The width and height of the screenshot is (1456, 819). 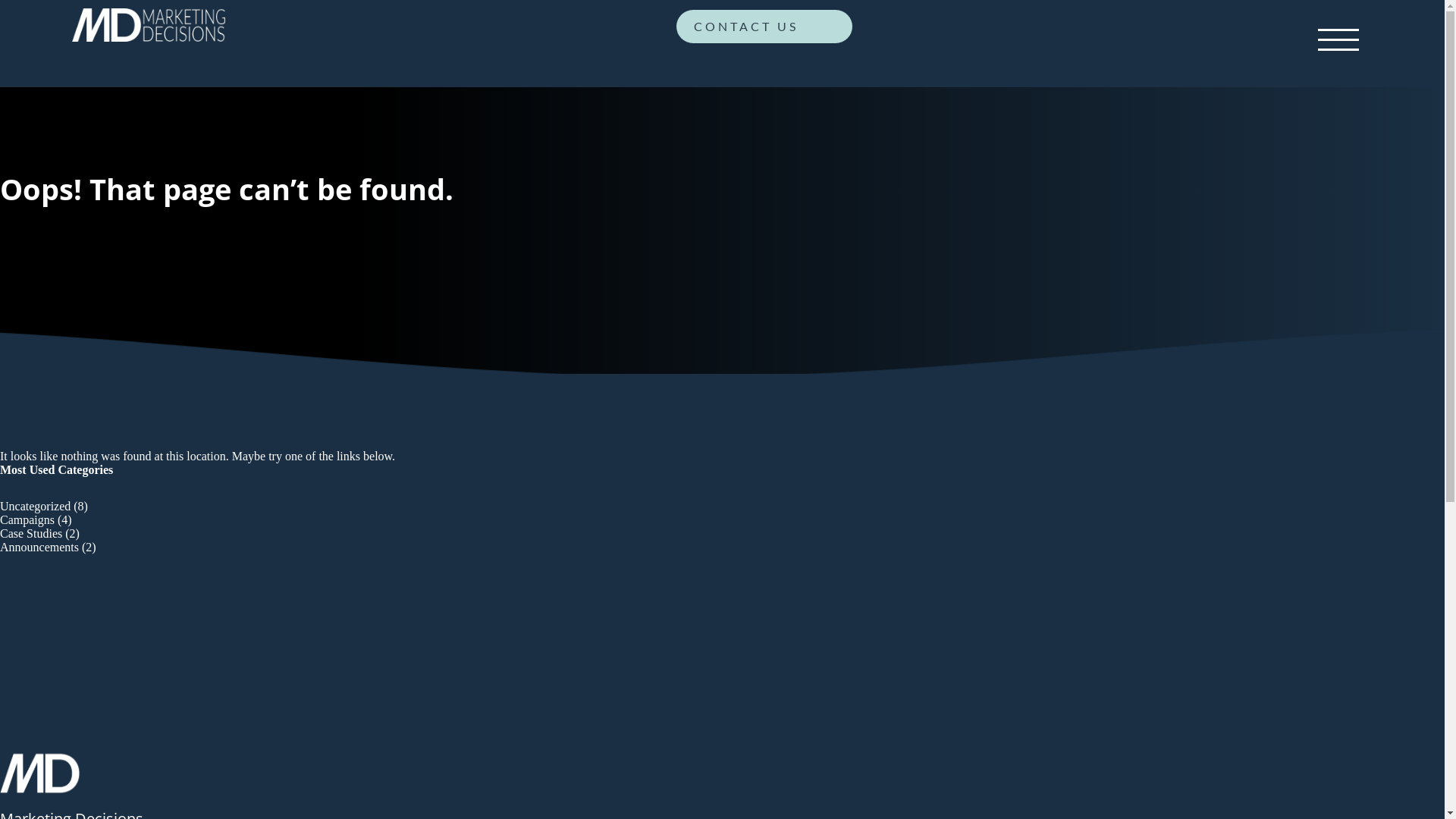 I want to click on 'Campaigns', so click(x=27, y=519).